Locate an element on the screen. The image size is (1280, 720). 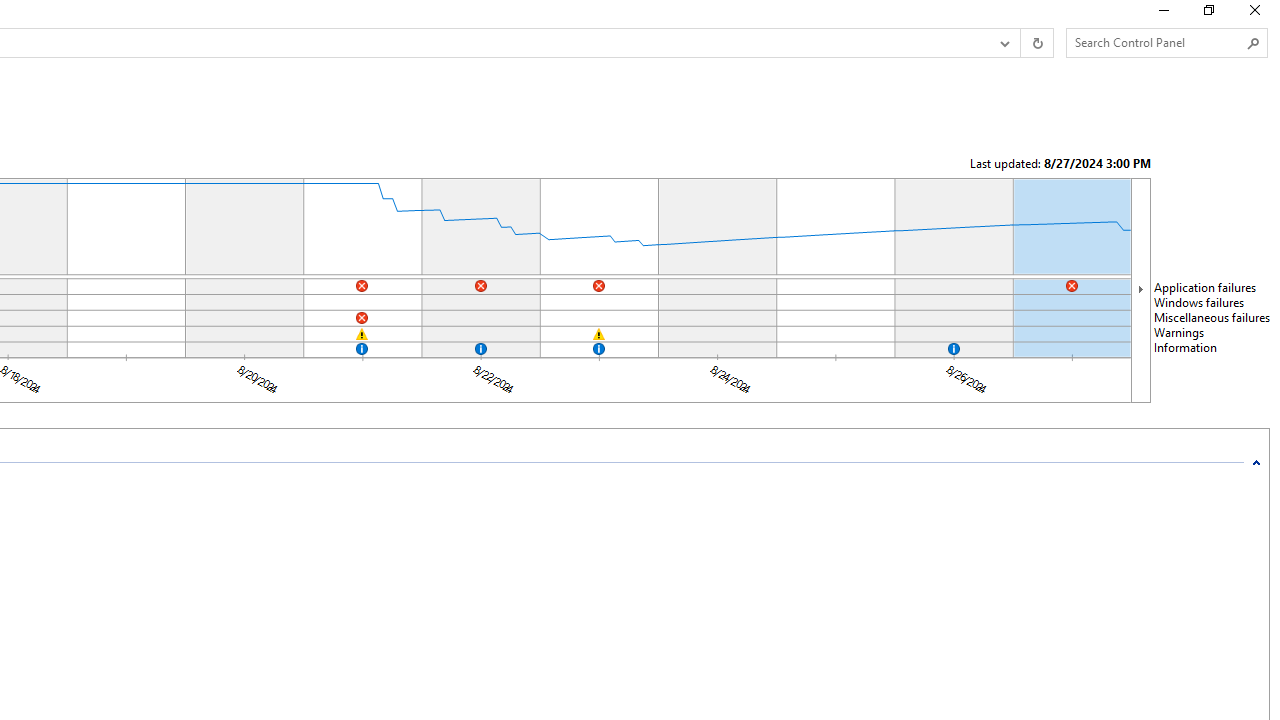
'Minimize' is located at coordinates (1162, 15).